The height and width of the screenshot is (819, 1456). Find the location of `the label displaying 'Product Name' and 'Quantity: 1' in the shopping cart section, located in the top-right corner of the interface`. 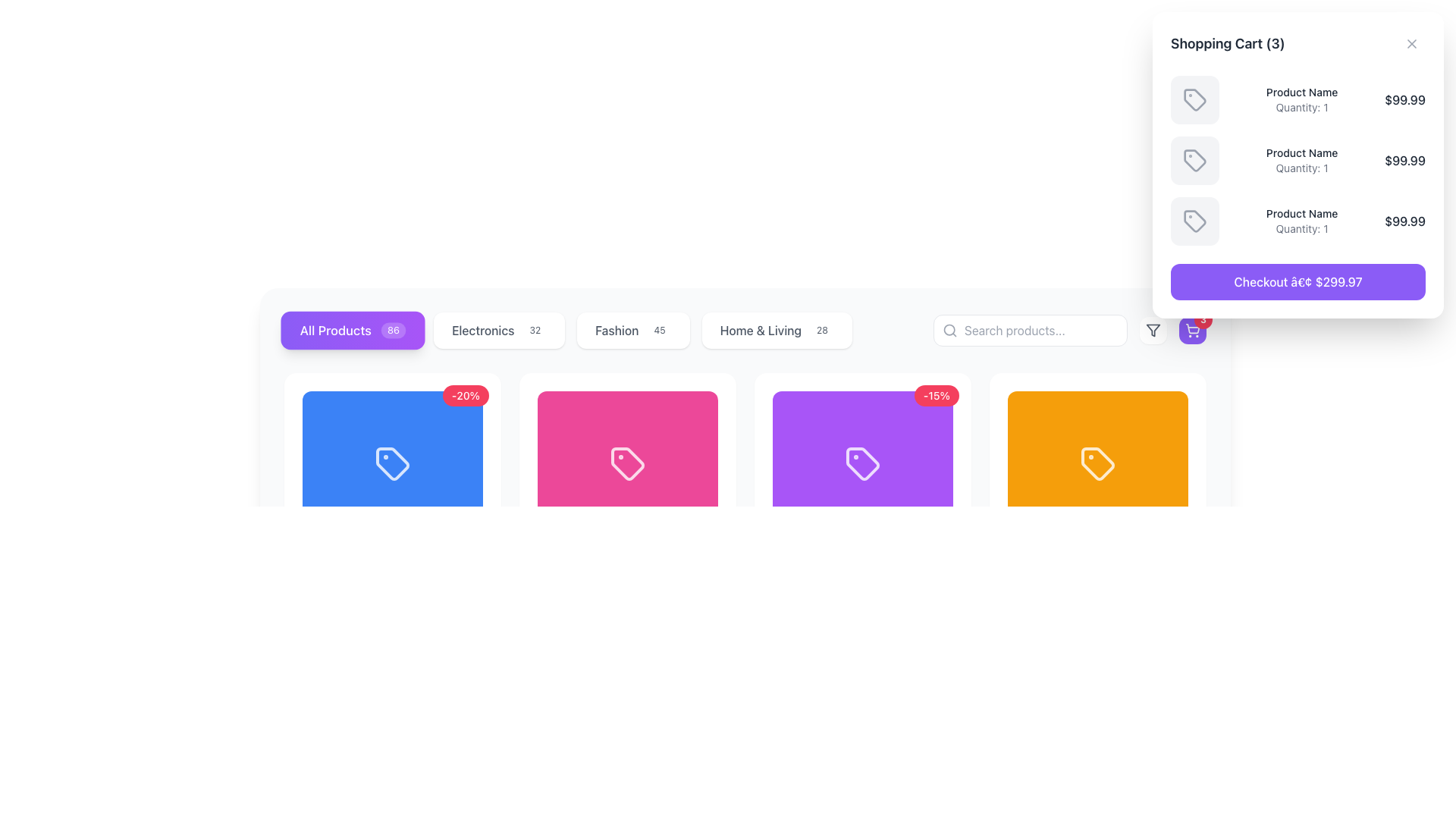

the label displaying 'Product Name' and 'Quantity: 1' in the shopping cart section, located in the top-right corner of the interface is located at coordinates (1301, 99).